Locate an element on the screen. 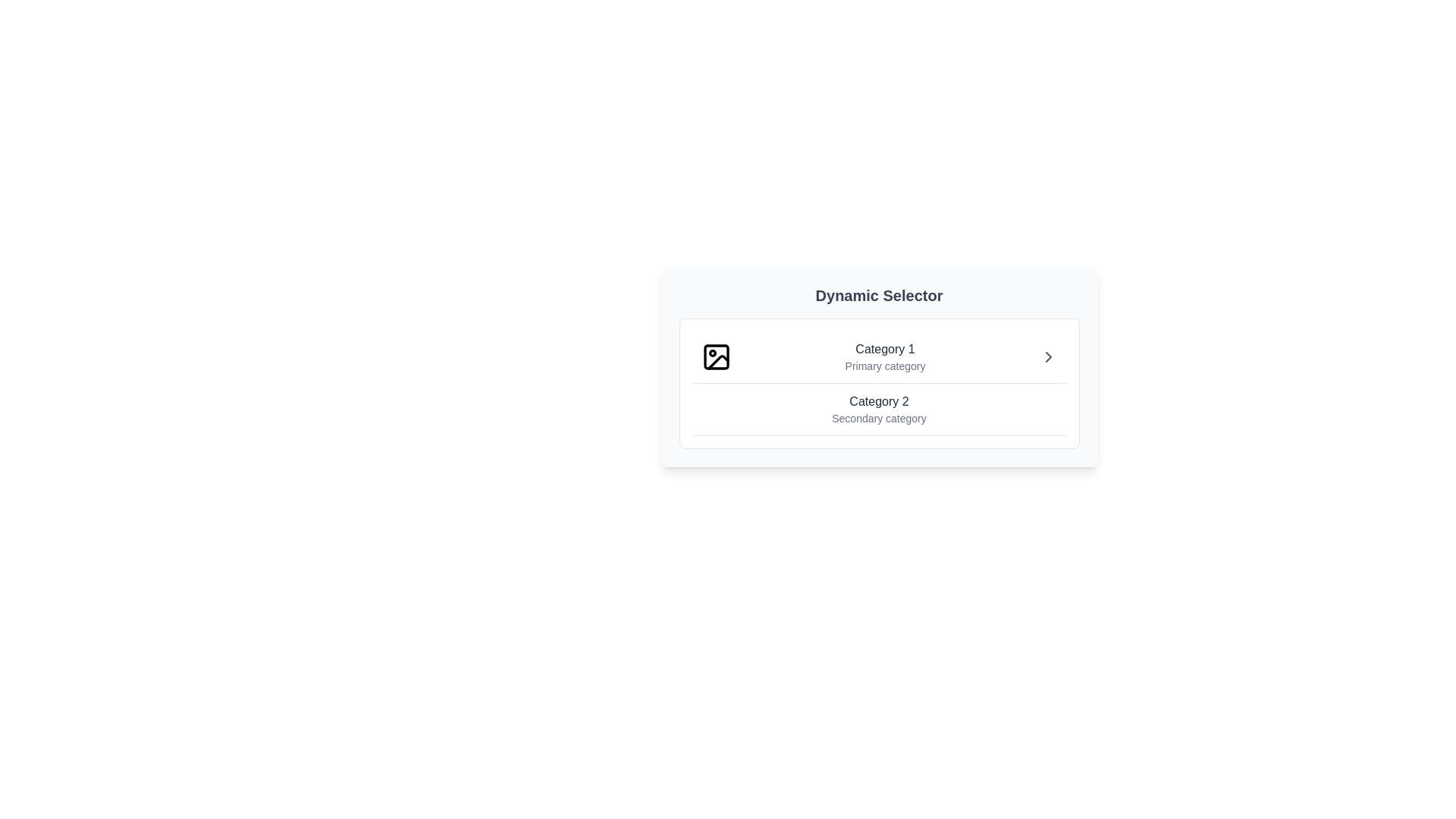 This screenshot has width=1456, height=819. the second selectable list item labeled 'Category 2' with the subtitle 'Secondary category' is located at coordinates (879, 409).